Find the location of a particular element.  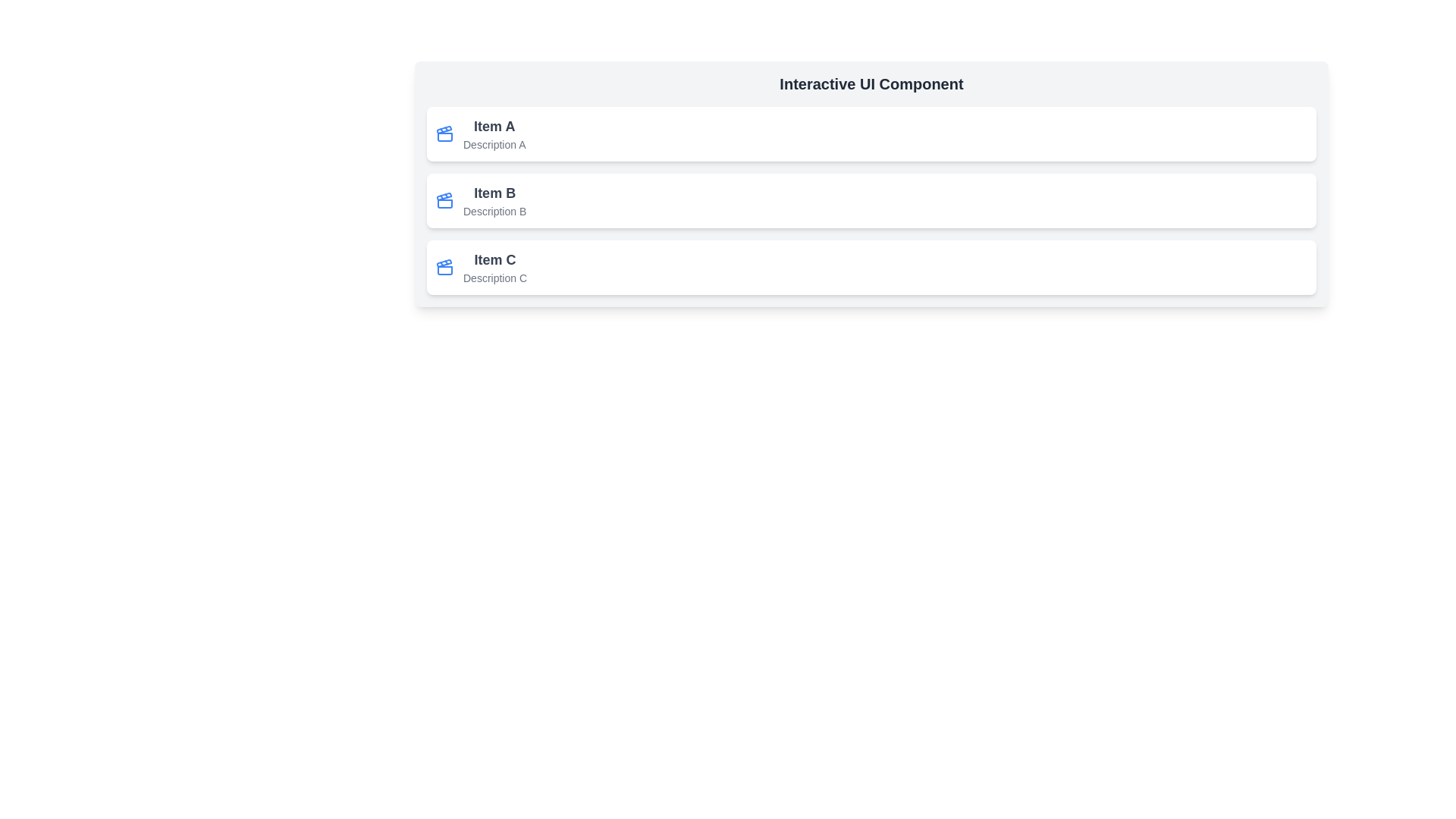

the decorative vector element of the clapperboard icon, which is positioned in the top region of the icon displayed in blue color at the far left of the 'Item B' section in the list is located at coordinates (444, 196).